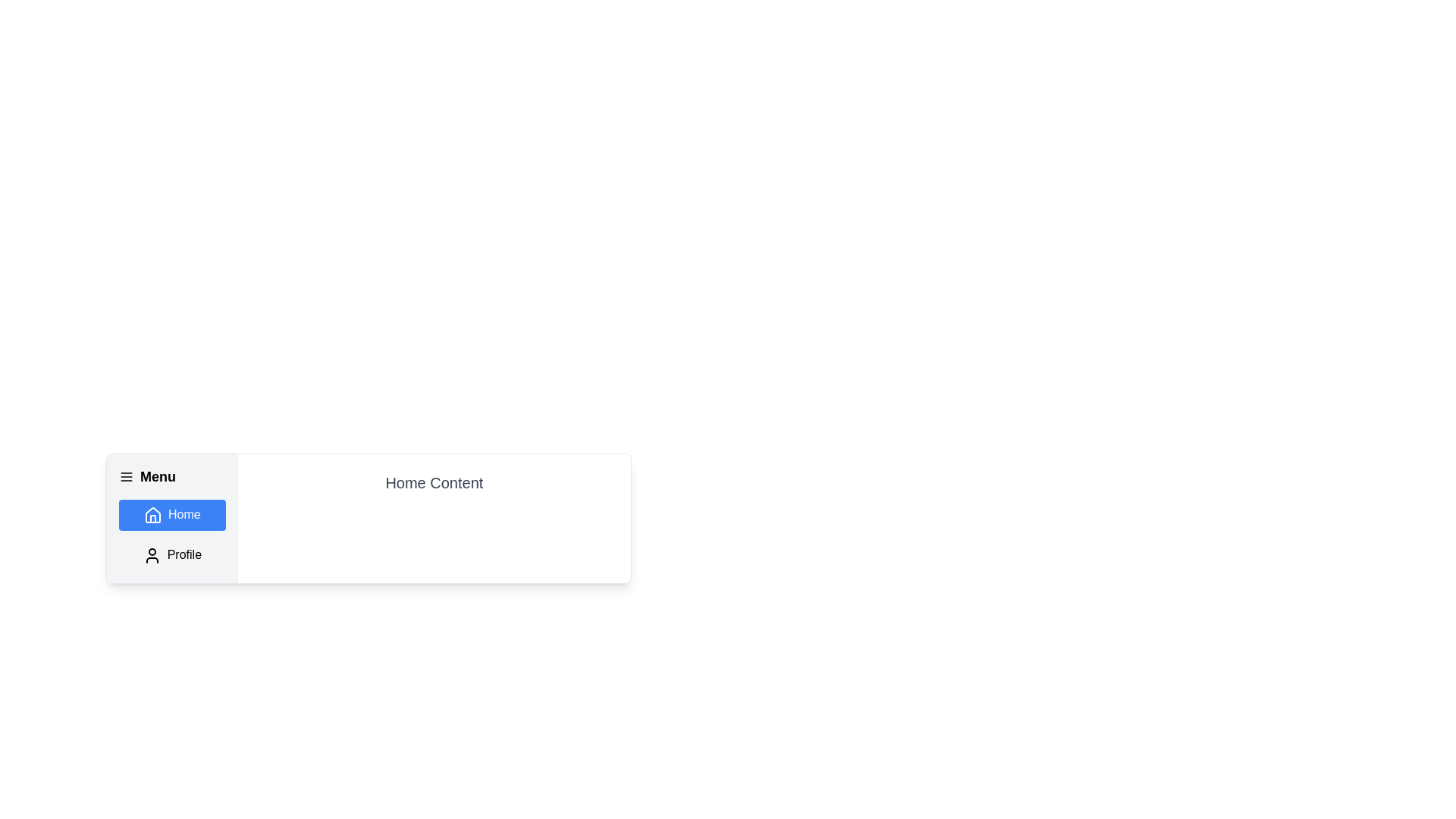 The width and height of the screenshot is (1456, 819). I want to click on the 'Profile' menu item by clicking on the leftmost icon in the vertical navigation menu, so click(152, 555).